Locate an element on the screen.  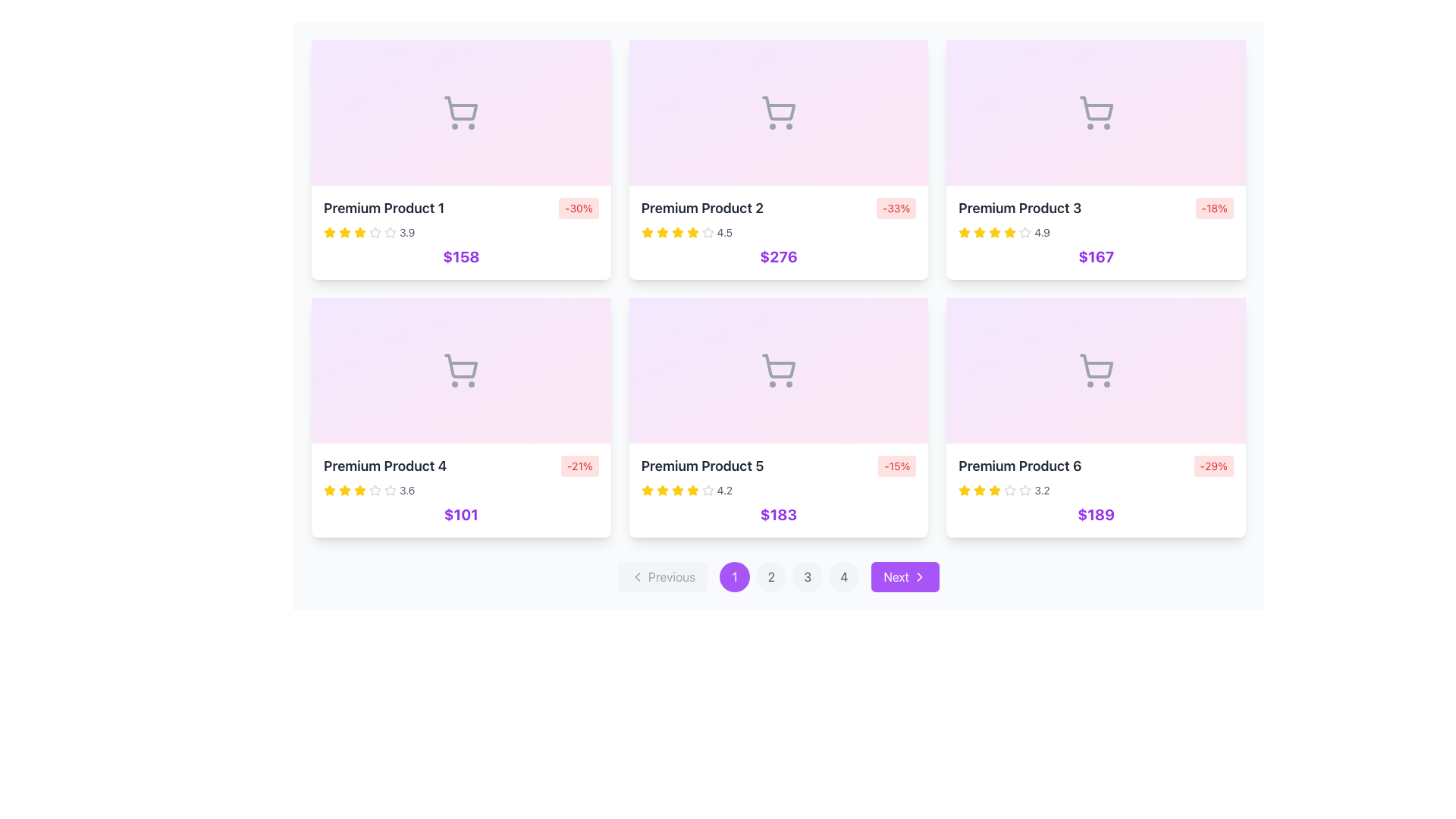
the second yellow star icon in the rating system, which is positioned below the product name and above the pricing information is located at coordinates (692, 490).